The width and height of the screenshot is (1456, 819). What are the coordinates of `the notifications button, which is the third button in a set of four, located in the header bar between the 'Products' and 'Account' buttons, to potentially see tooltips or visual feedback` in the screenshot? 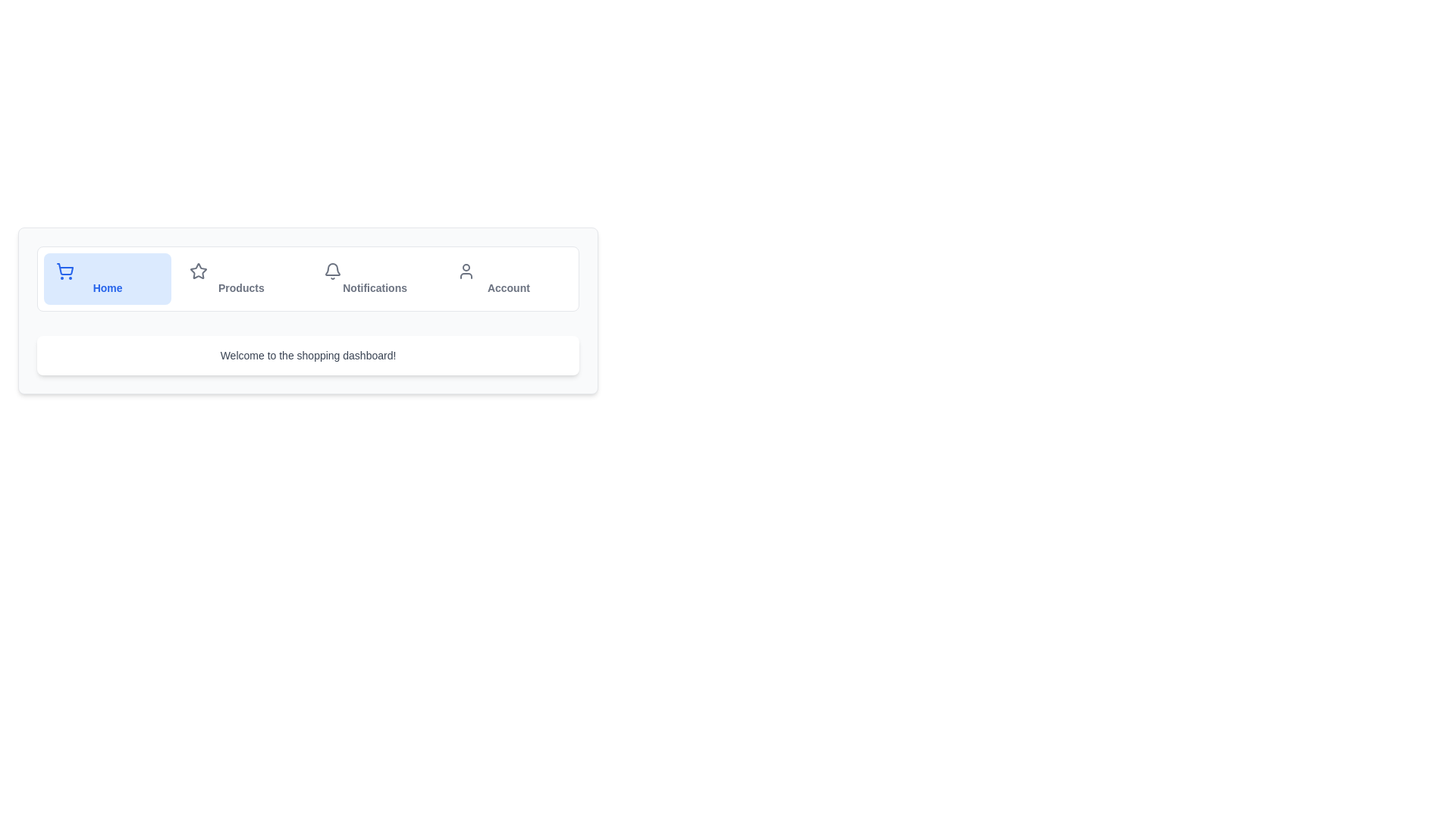 It's located at (375, 278).